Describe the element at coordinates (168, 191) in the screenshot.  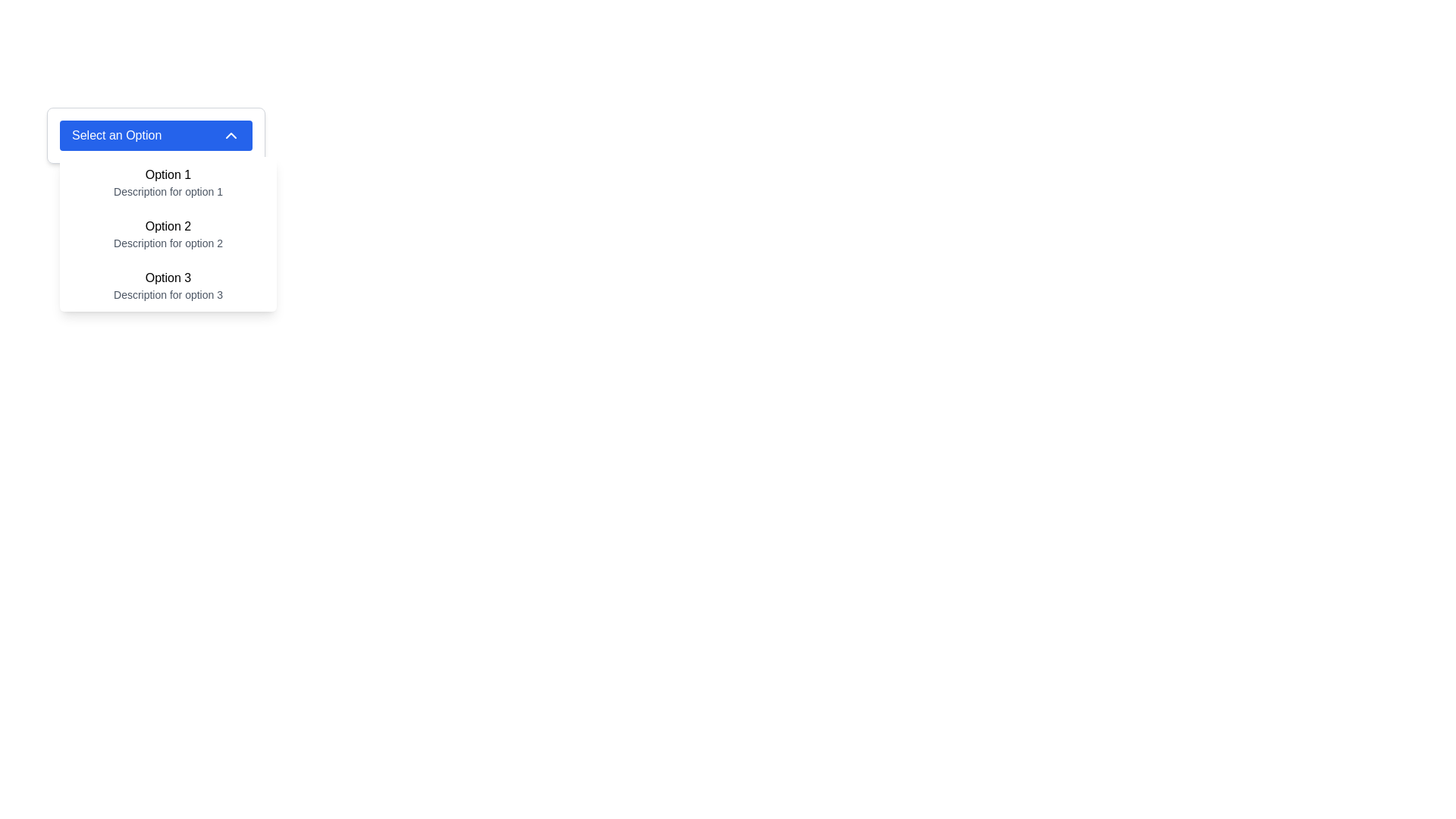
I see `the text label displaying 'Description for option 1', which is styled with a small font size and gray color, located directly beneath the main label 'Option 1' in the dropdown menu` at that location.